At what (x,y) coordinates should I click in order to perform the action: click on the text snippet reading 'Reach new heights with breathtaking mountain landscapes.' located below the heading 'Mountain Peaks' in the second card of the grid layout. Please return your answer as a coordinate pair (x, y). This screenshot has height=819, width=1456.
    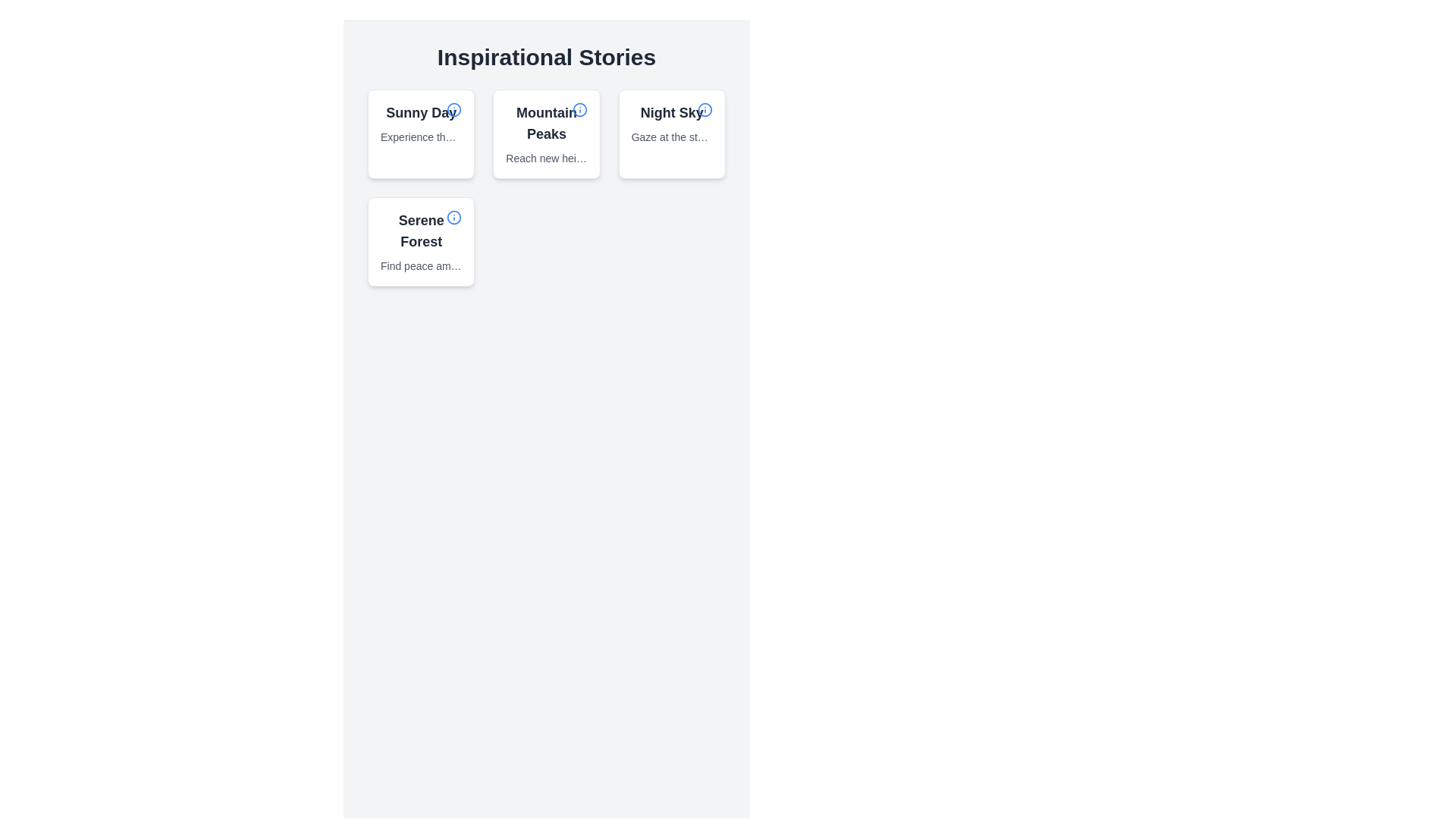
    Looking at the image, I should click on (546, 158).